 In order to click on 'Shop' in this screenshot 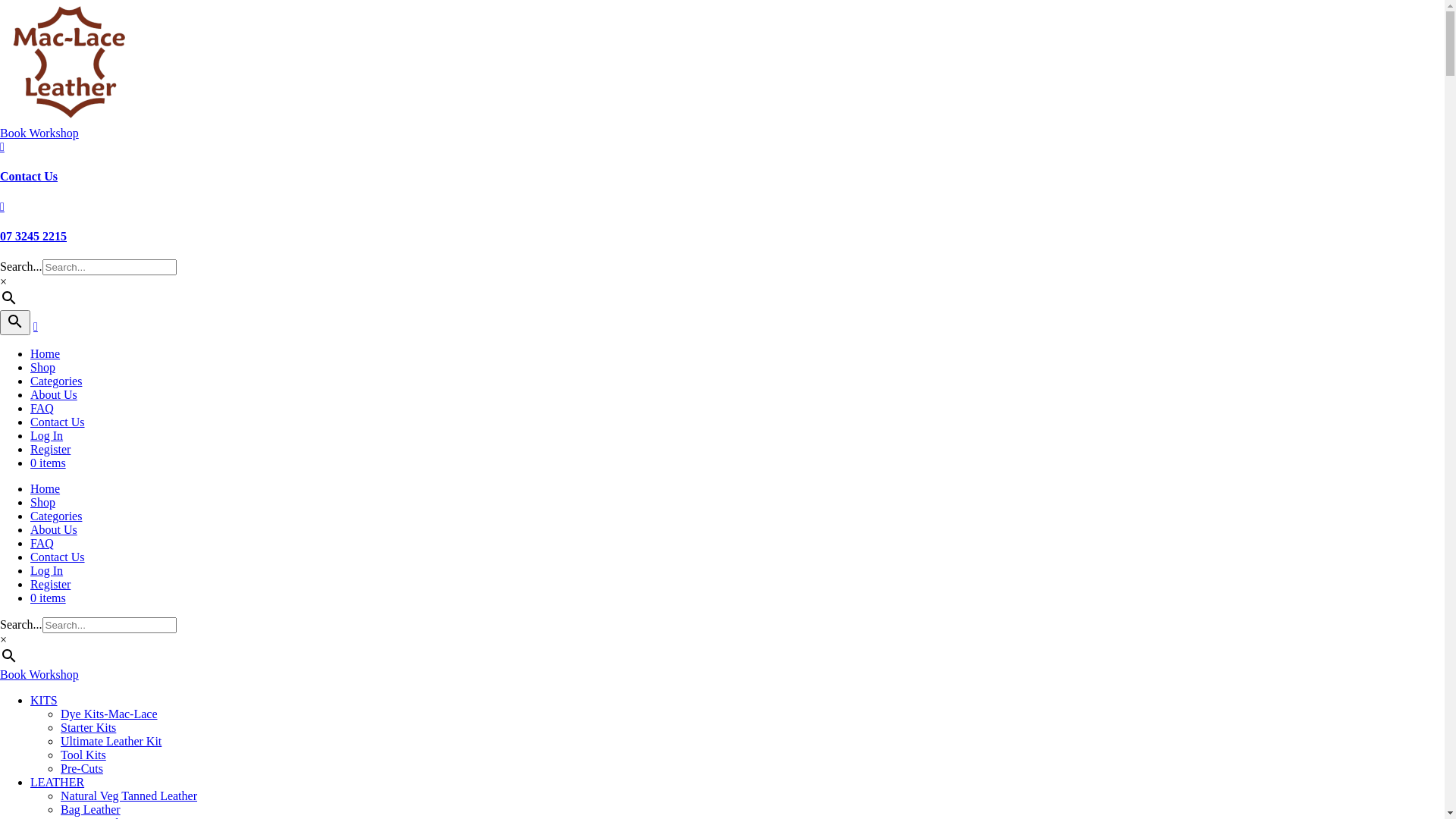, I will do `click(42, 367)`.